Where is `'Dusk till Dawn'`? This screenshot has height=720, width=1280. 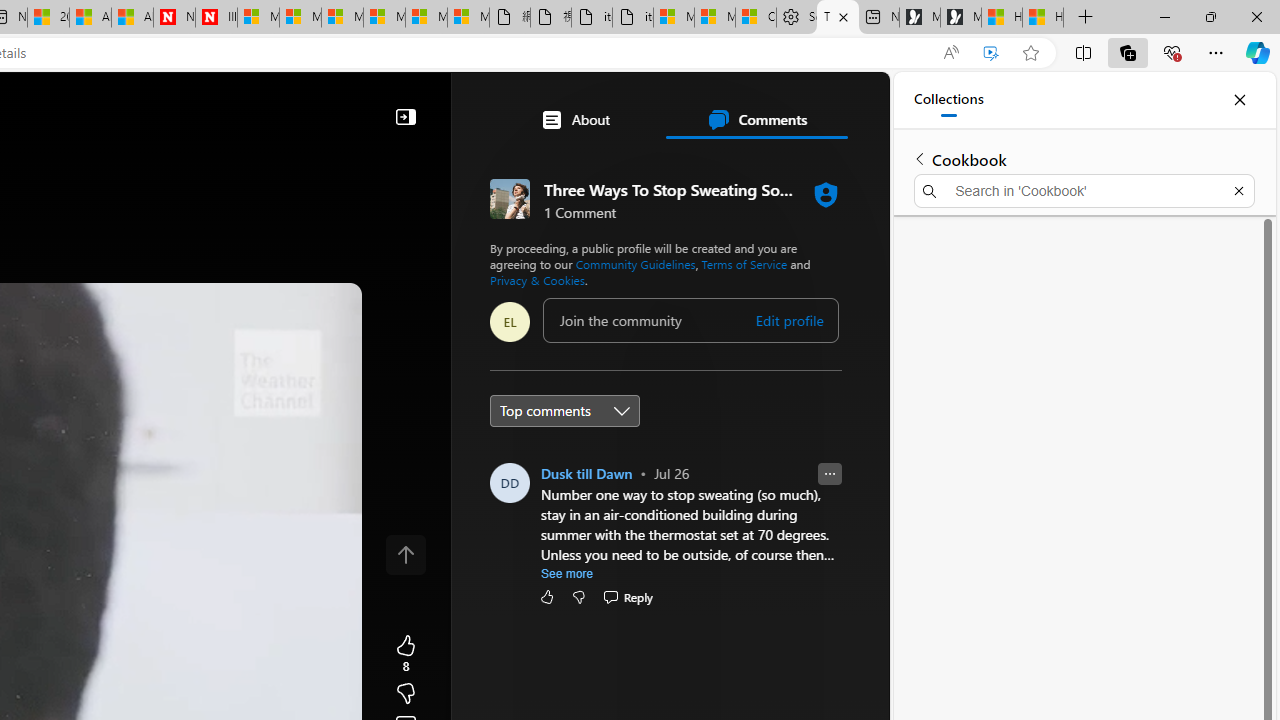
'Dusk till Dawn' is located at coordinates (586, 473).